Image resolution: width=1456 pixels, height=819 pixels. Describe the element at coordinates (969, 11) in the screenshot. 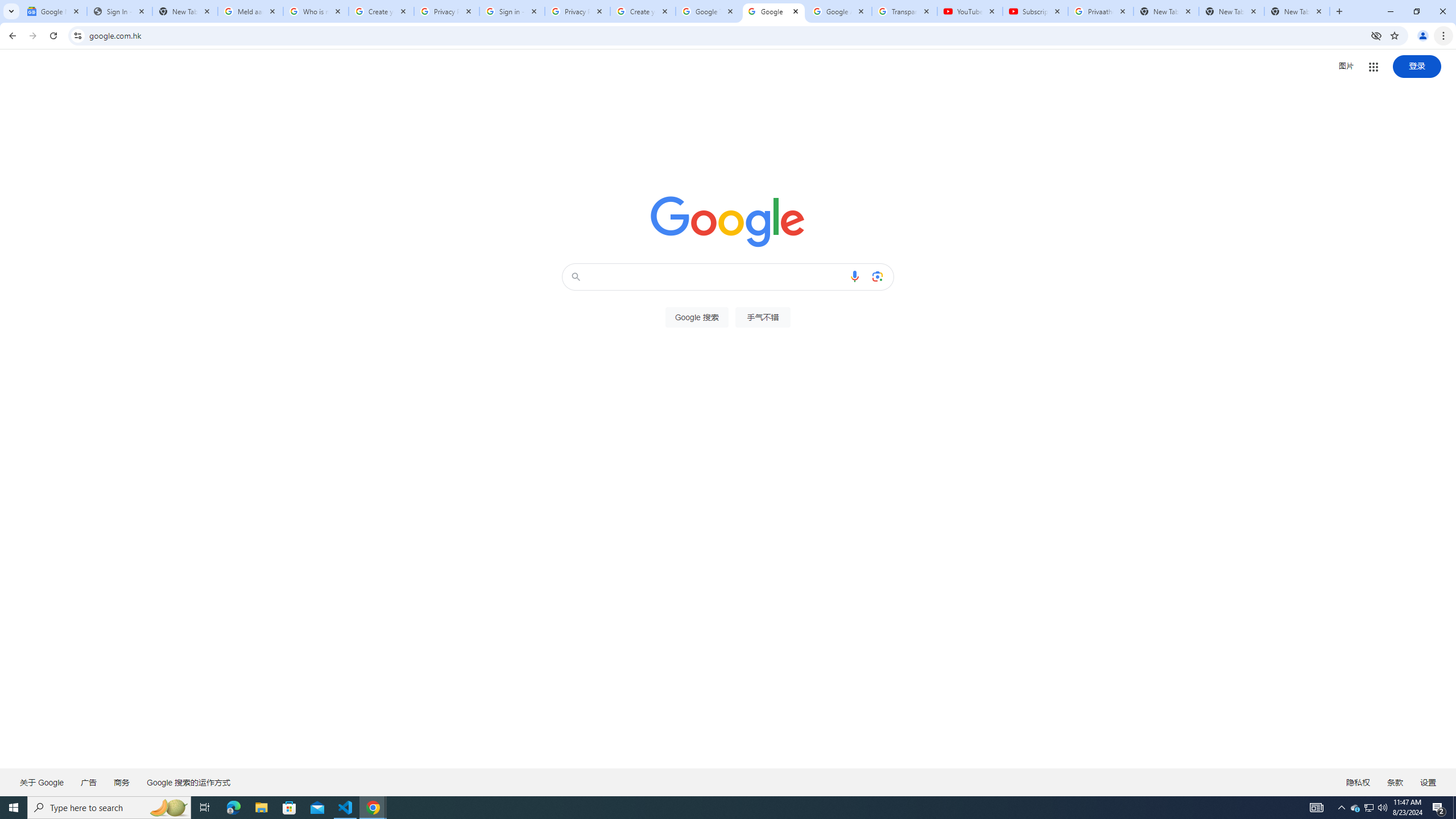

I see `'YouTube'` at that location.